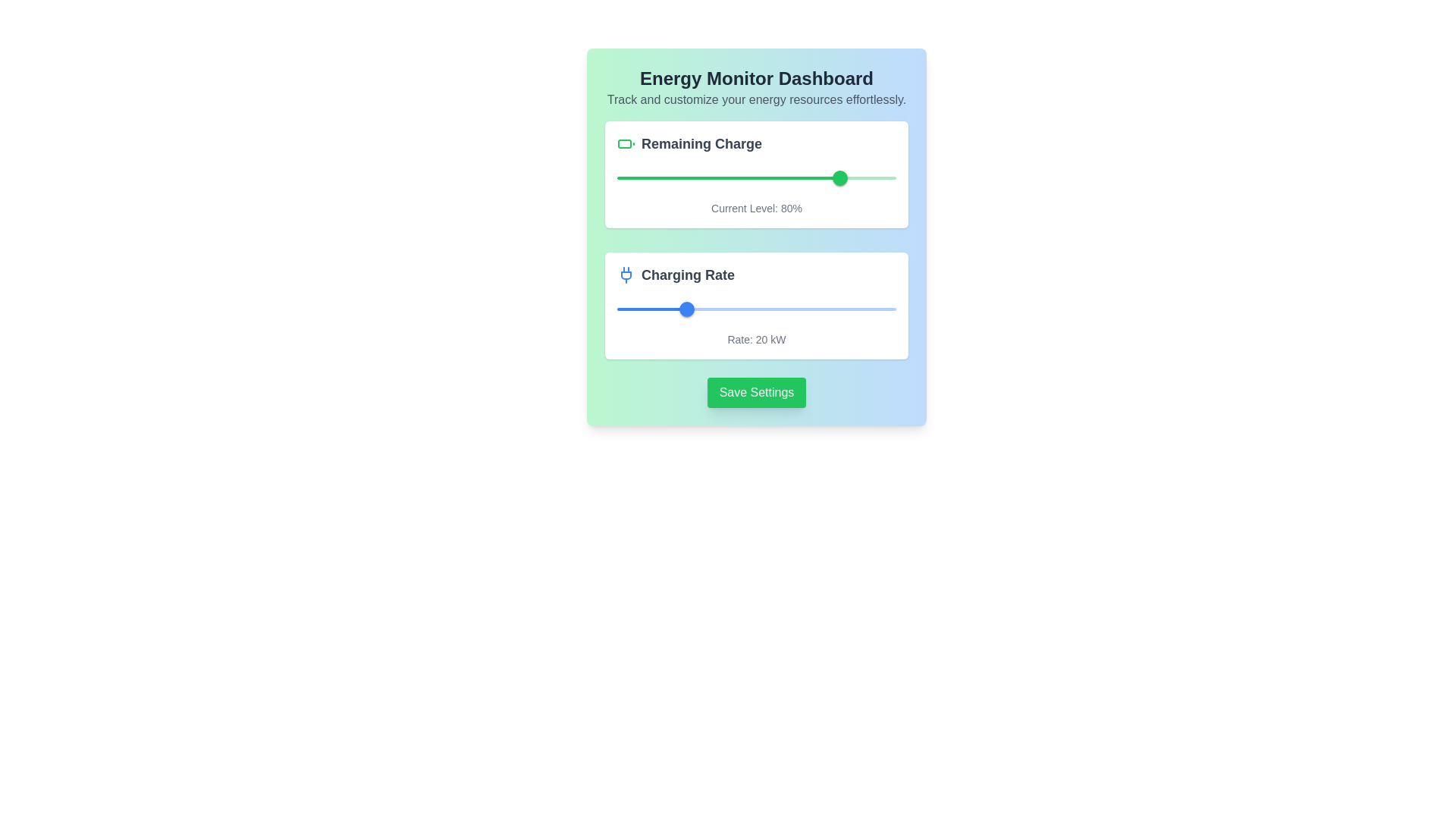  Describe the element at coordinates (708, 177) in the screenshot. I see `slider value` at that location.